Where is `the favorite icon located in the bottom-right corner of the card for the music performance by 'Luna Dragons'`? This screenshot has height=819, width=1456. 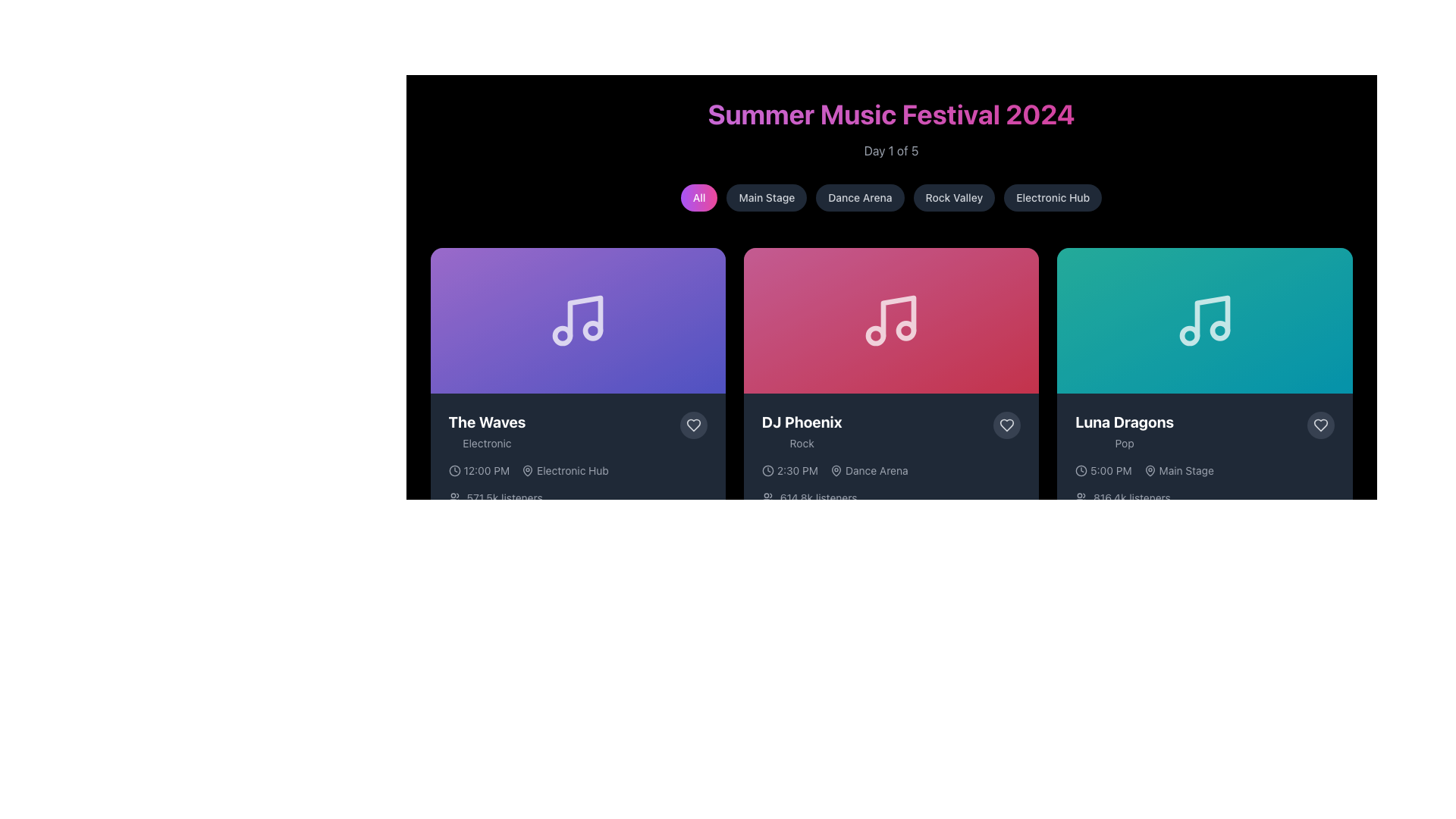 the favorite icon located in the bottom-right corner of the card for the music performance by 'Luna Dragons' is located at coordinates (1319, 425).